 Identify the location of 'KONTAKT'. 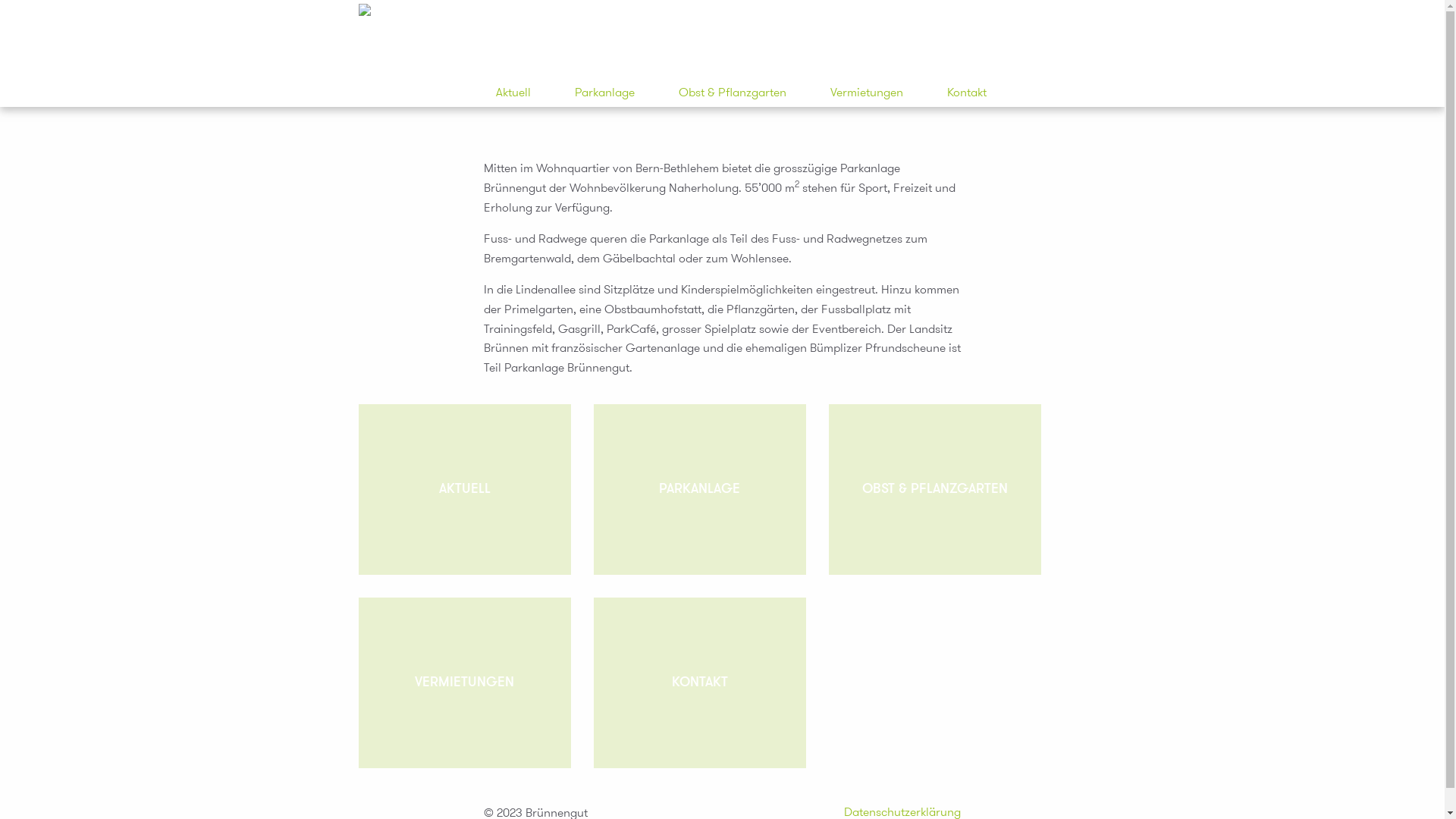
(698, 682).